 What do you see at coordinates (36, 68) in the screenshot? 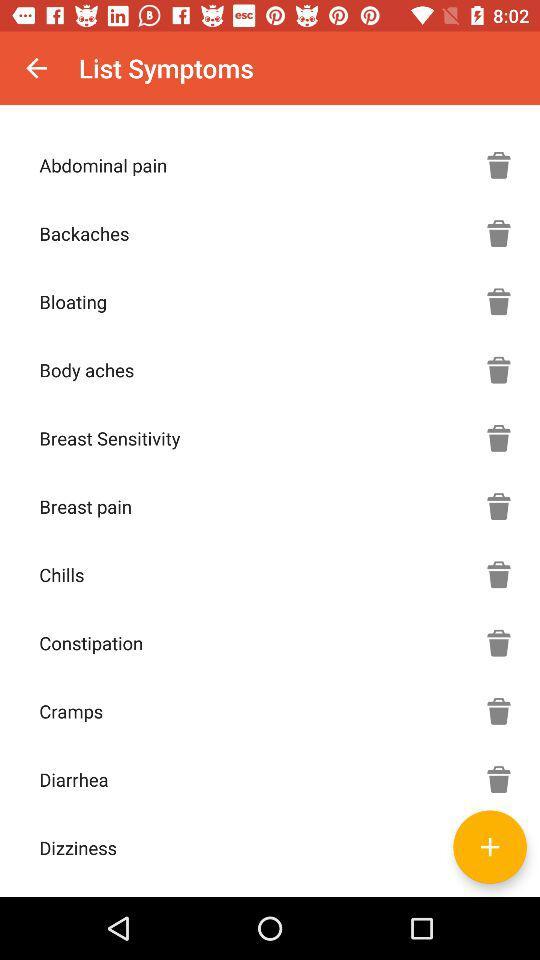
I see `the item above the abdominal pain item` at bounding box center [36, 68].